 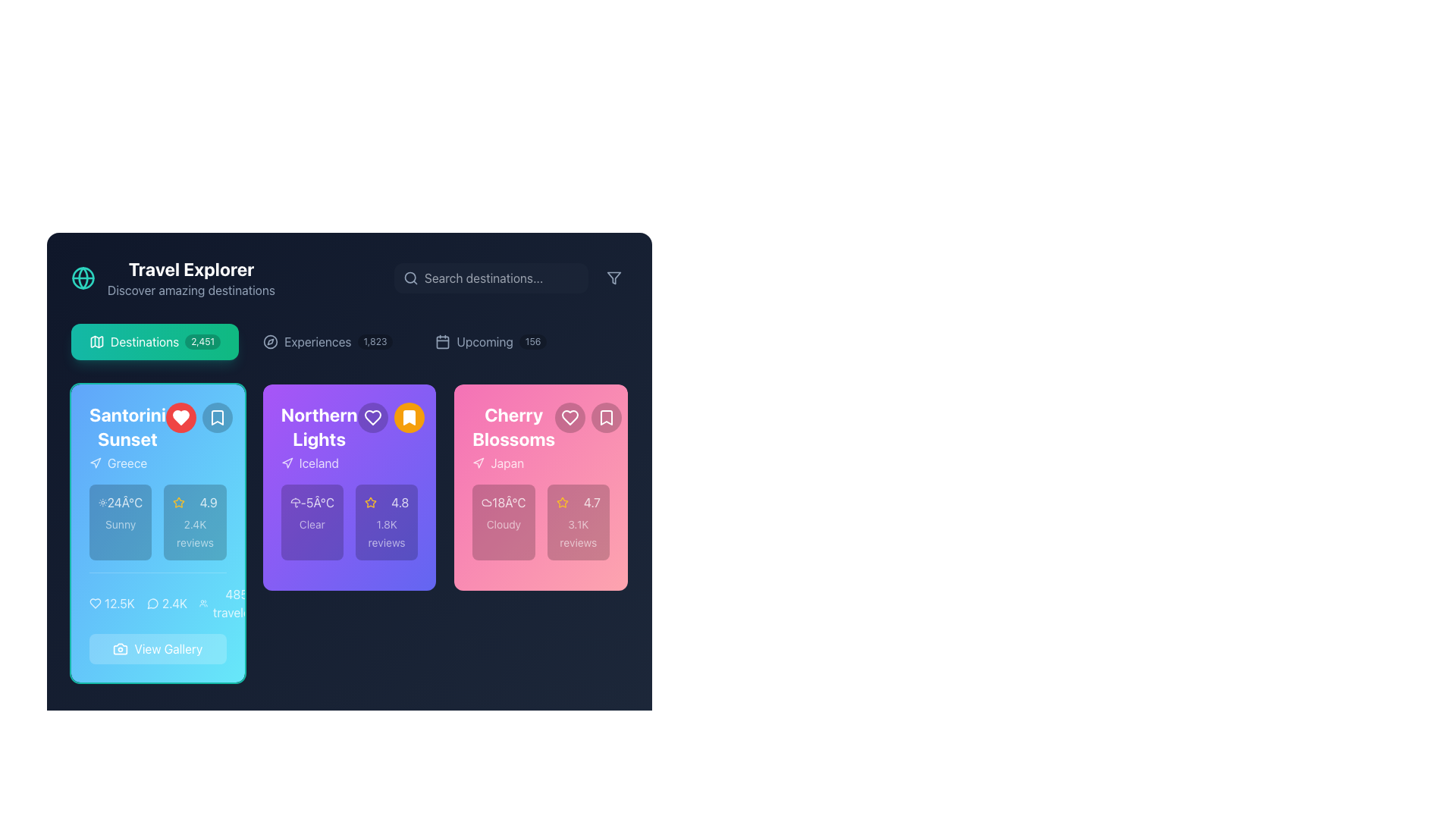 What do you see at coordinates (198, 418) in the screenshot?
I see `the bookmark button on the 'Santorini Sunset' card, located at the top-right corner of the card, which is part of a widget containing two circular buttons with icons` at bounding box center [198, 418].